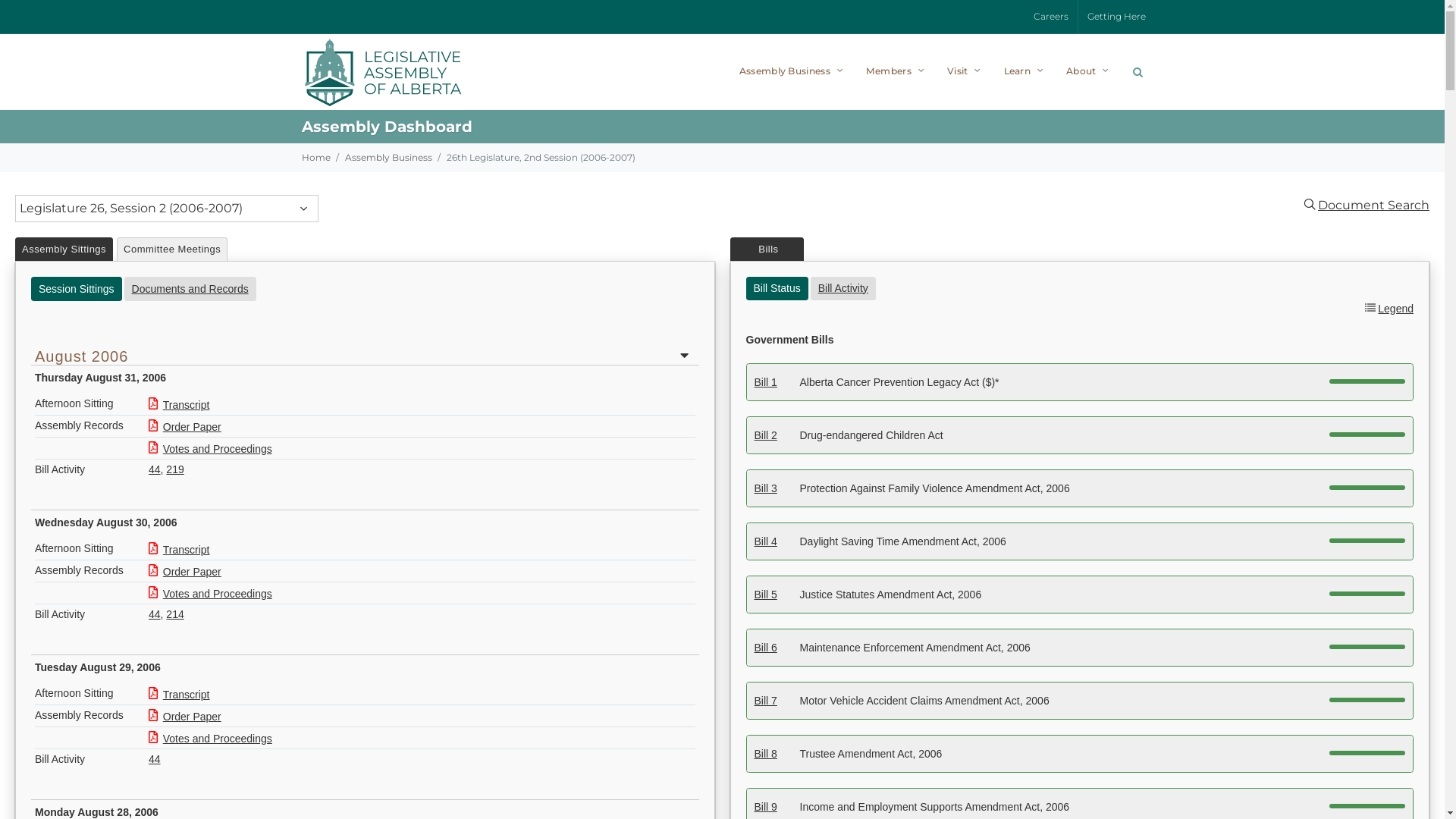  Describe the element at coordinates (184, 426) in the screenshot. I see `'Order Paper'` at that location.